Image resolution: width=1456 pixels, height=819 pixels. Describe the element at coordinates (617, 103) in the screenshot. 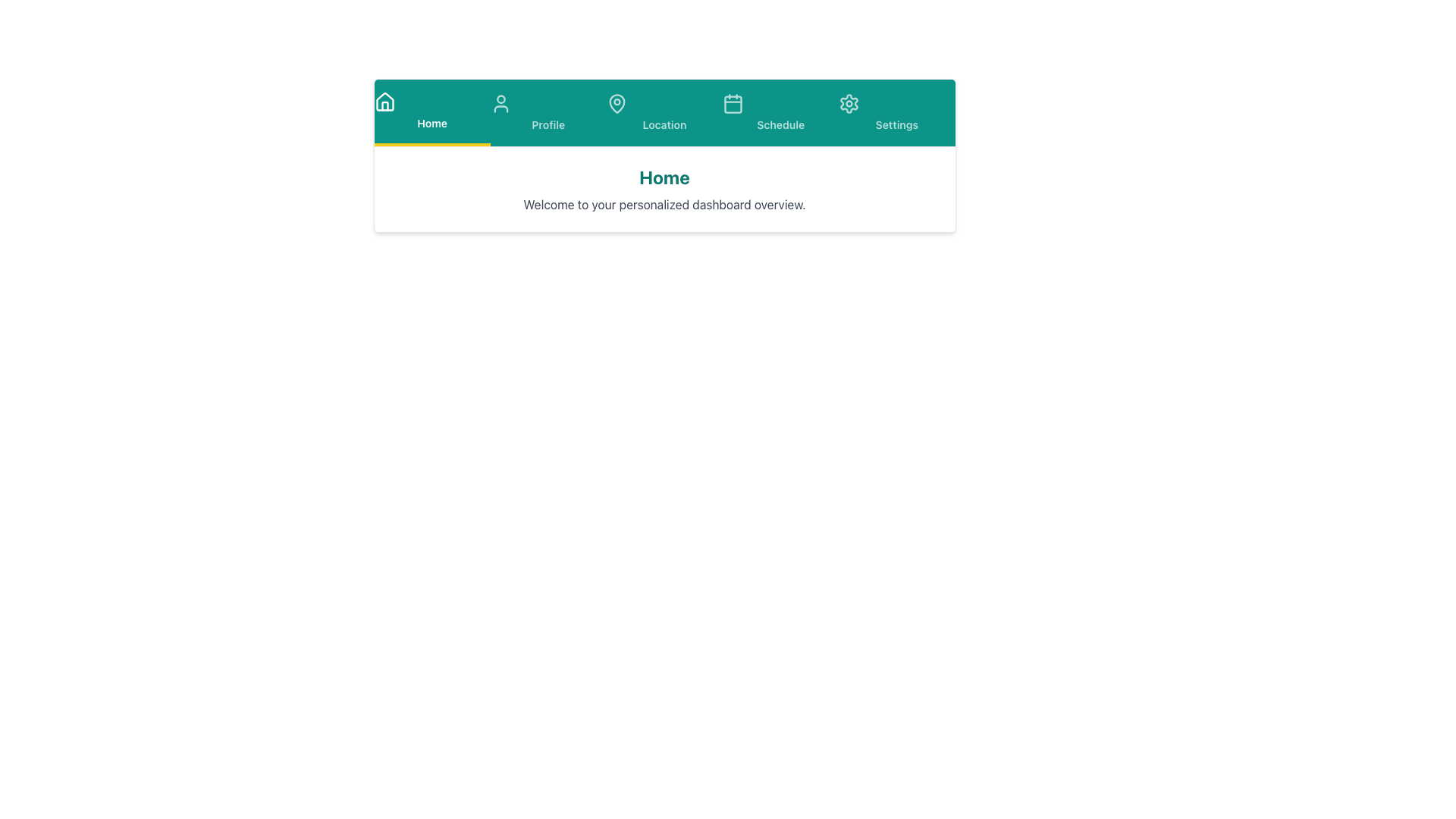

I see `the representation of the outer part of the location pin icon in the navigation bar, which is the third icon from the left, positioned between the profile and calendar icons` at that location.